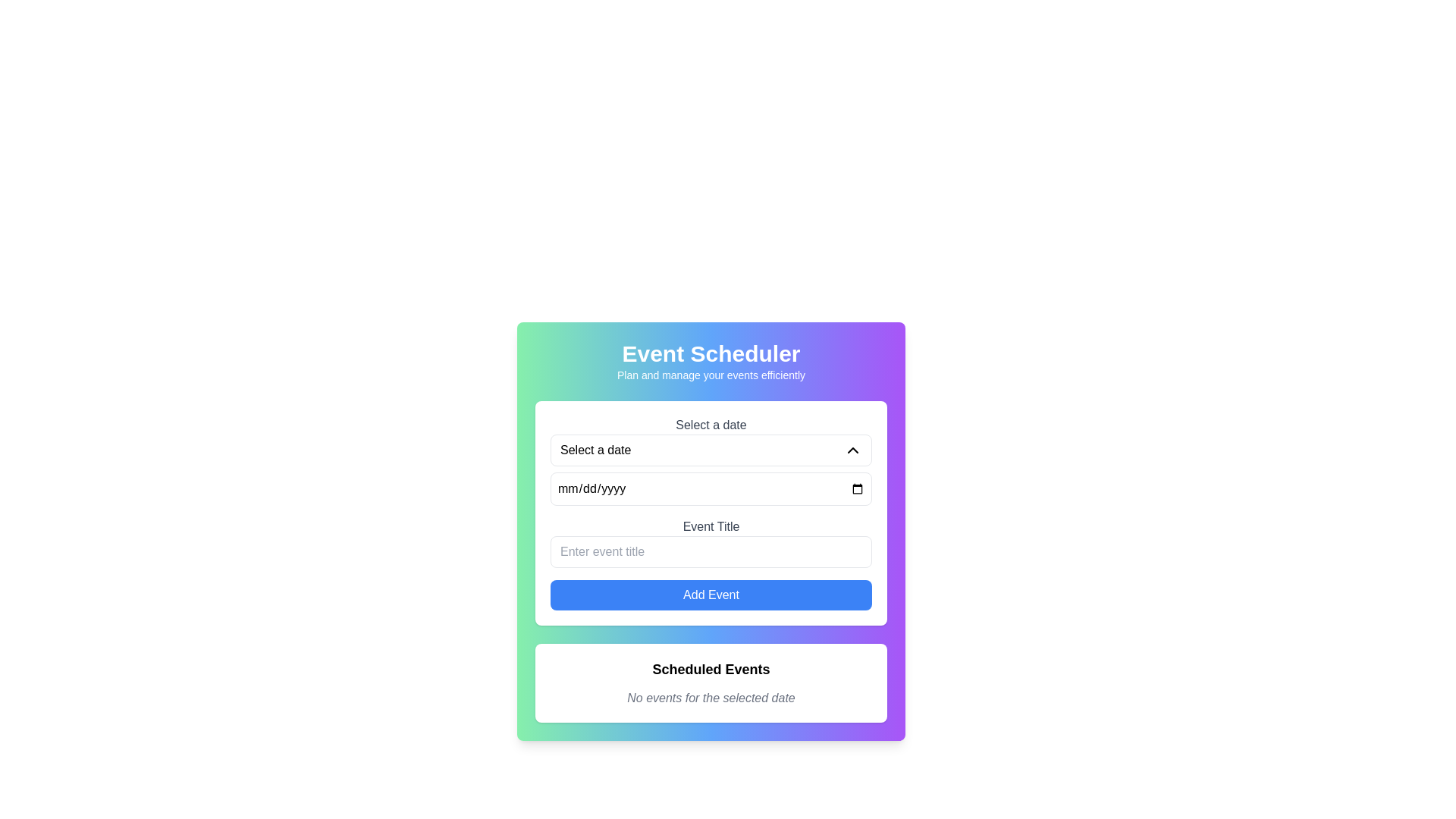  Describe the element at coordinates (710, 375) in the screenshot. I see `static text label that reads 'Plan and manage your events efficiently', which is located directly beneath the 'Event Scheduler' header` at that location.